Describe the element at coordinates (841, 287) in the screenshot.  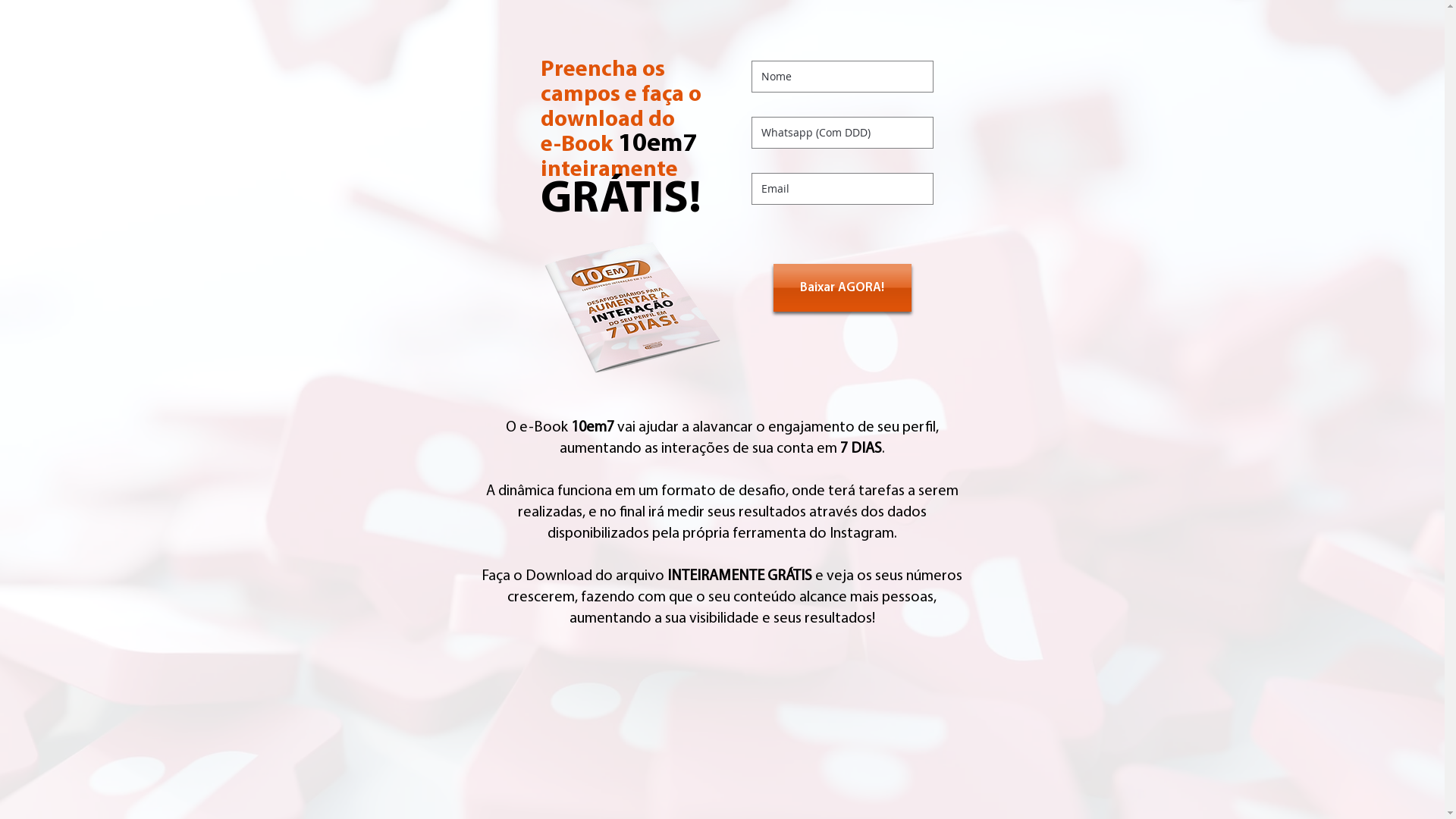
I see `'Baixar AGORA!'` at that location.